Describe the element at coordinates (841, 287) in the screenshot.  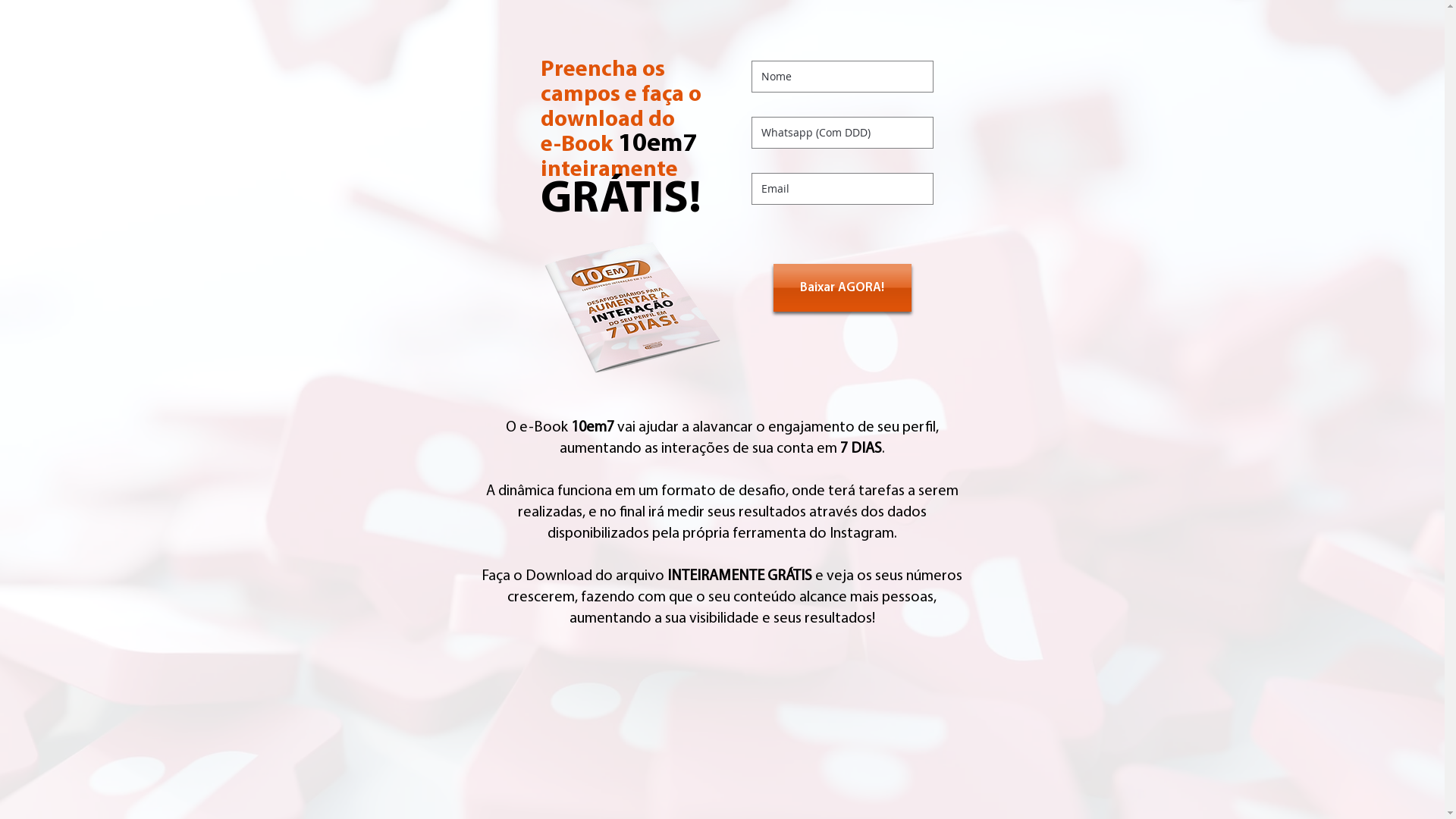
I see `'Baixar AGORA!'` at that location.